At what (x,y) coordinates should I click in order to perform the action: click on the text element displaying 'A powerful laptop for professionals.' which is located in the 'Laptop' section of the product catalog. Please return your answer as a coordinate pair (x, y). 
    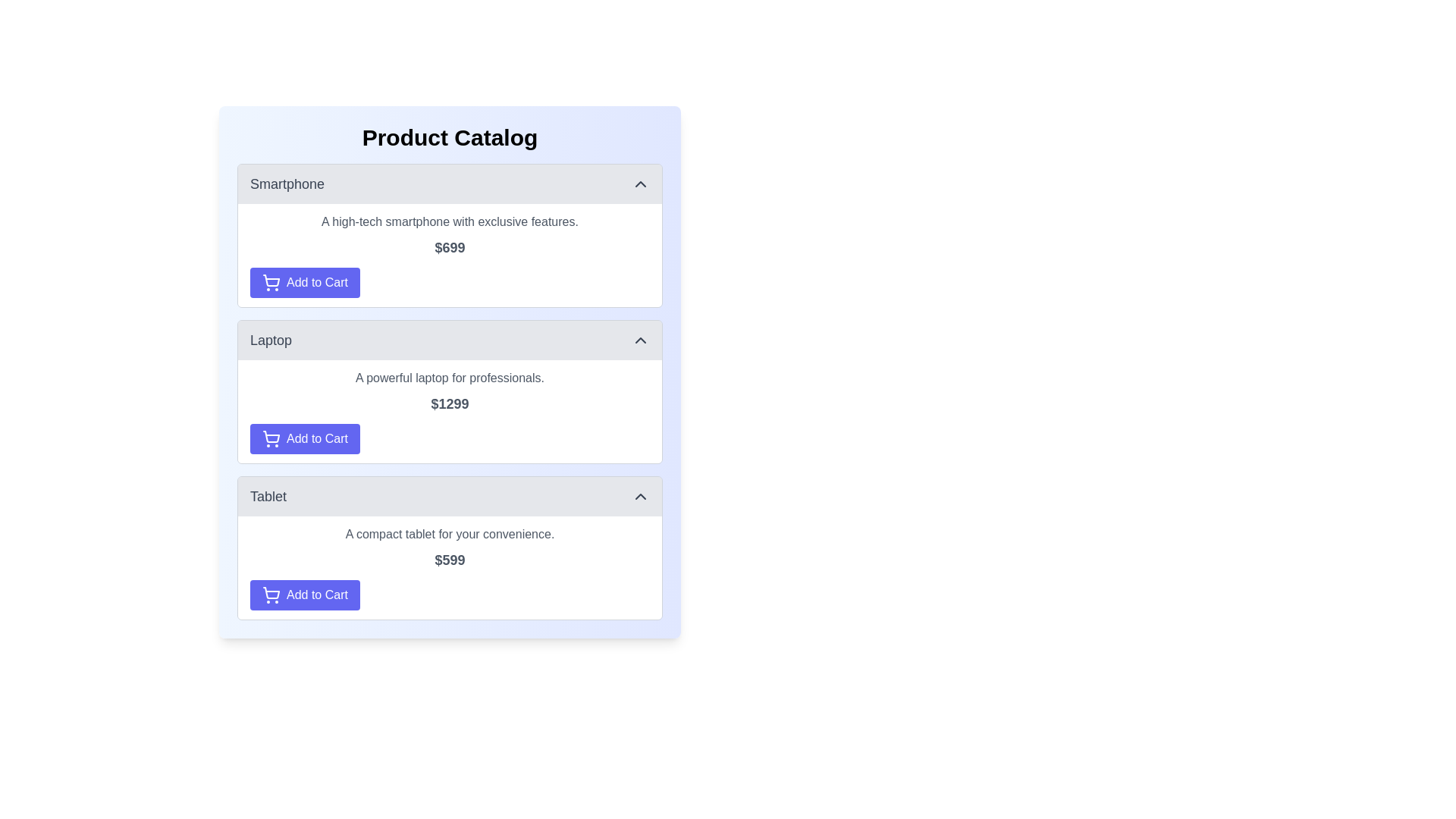
    Looking at the image, I should click on (449, 377).